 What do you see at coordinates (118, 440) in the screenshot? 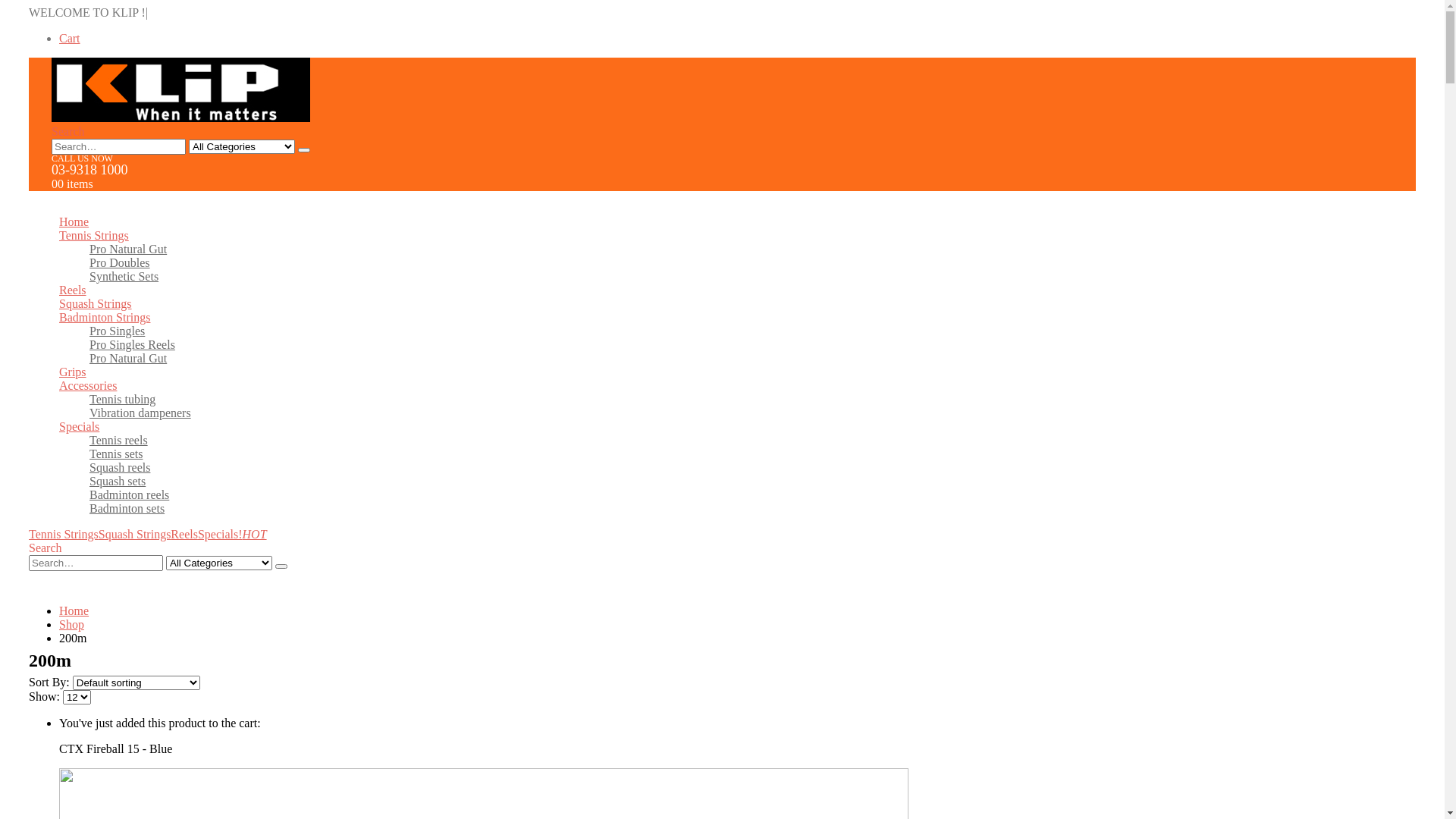
I see `'Tennis reels'` at bounding box center [118, 440].